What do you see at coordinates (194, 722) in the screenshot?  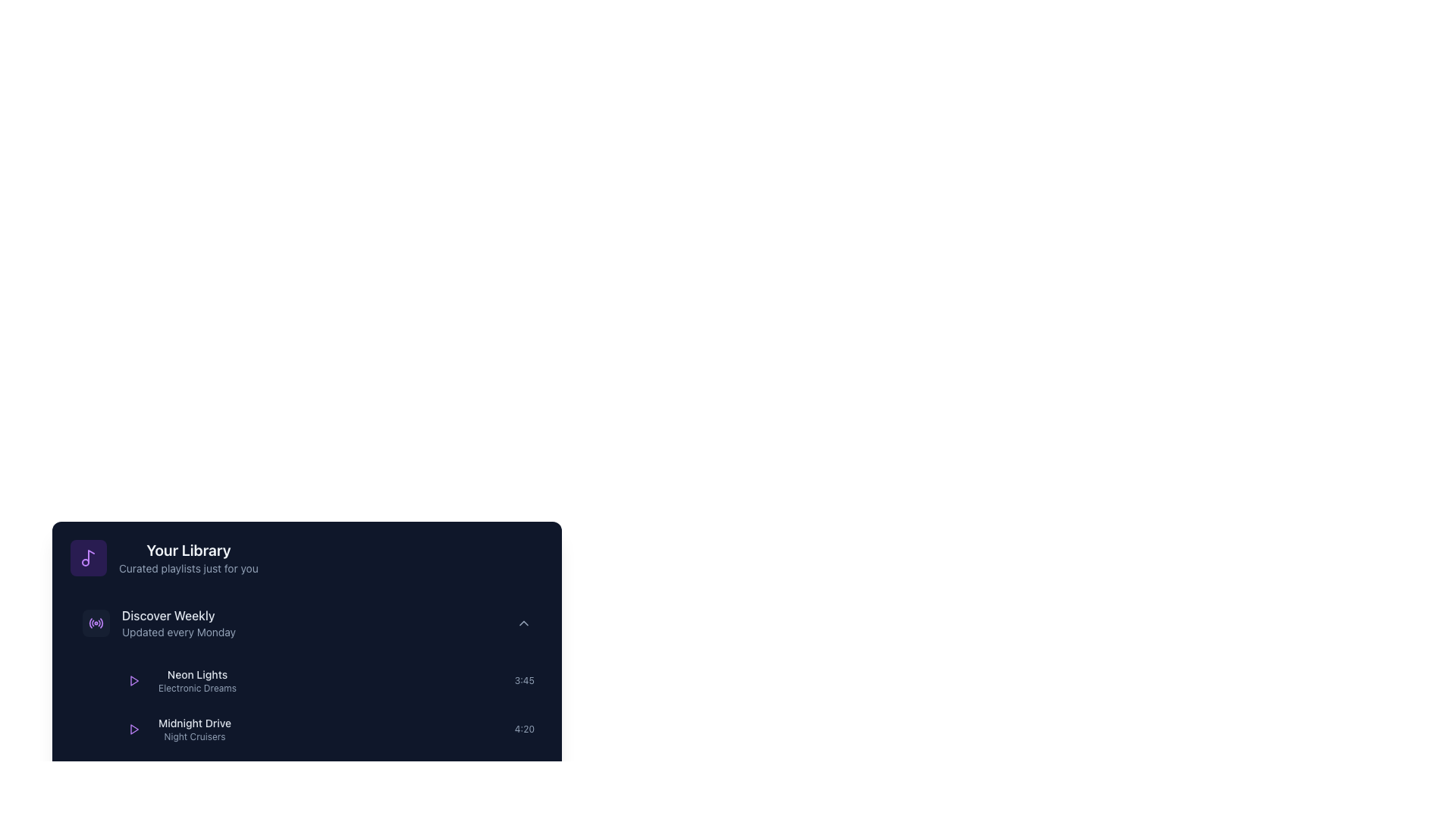 I see `the text label reading 'Midnight Drive' which is styled in a smaller bold font and rendered in light slate color, located in the 'Discover Weekly' playlist interface` at bounding box center [194, 722].